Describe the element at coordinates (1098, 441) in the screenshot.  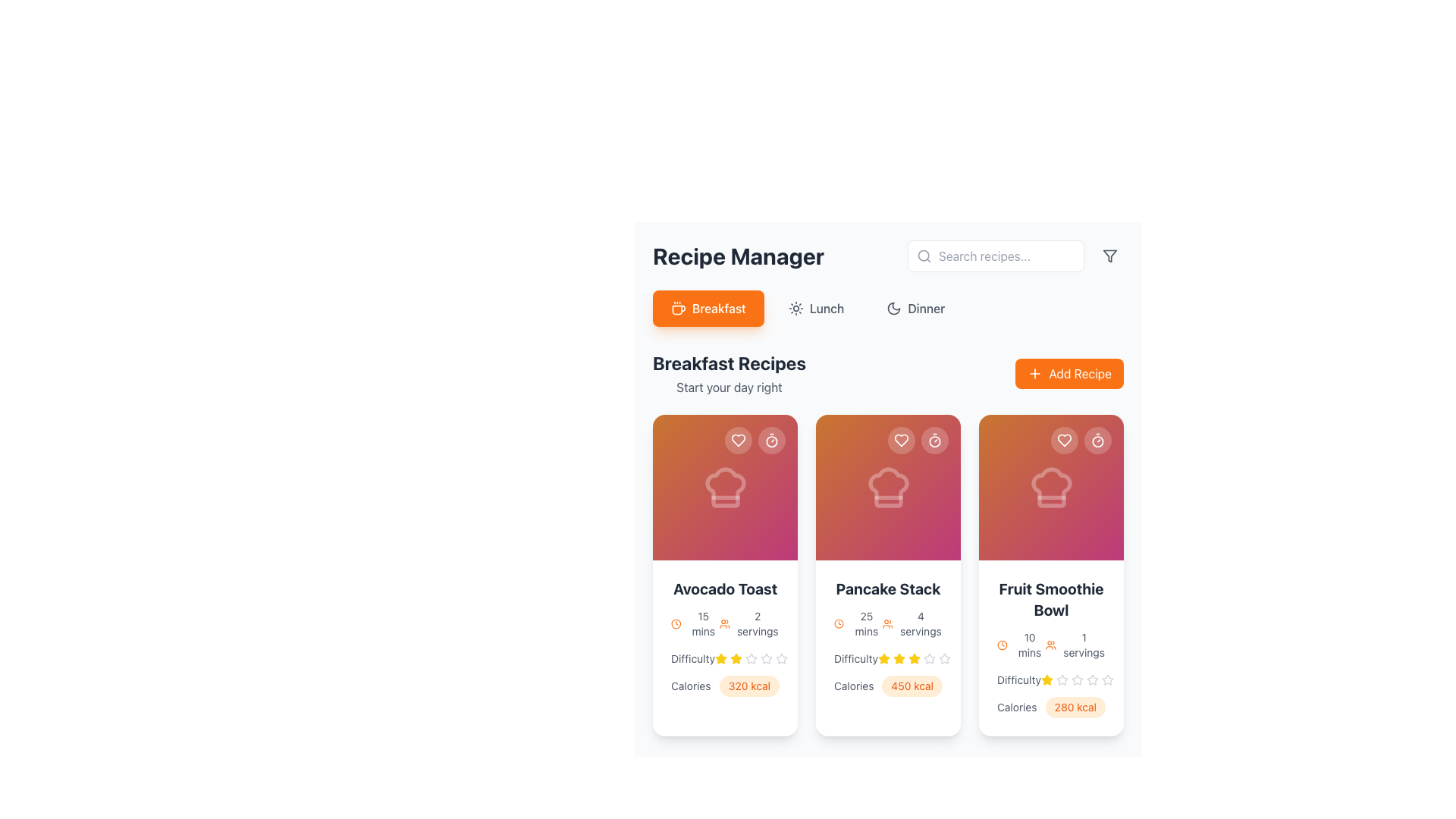
I see `the stopwatch button located at the top right corner inside the 'Fruit Smoothie Bowl' recipe card` at that location.